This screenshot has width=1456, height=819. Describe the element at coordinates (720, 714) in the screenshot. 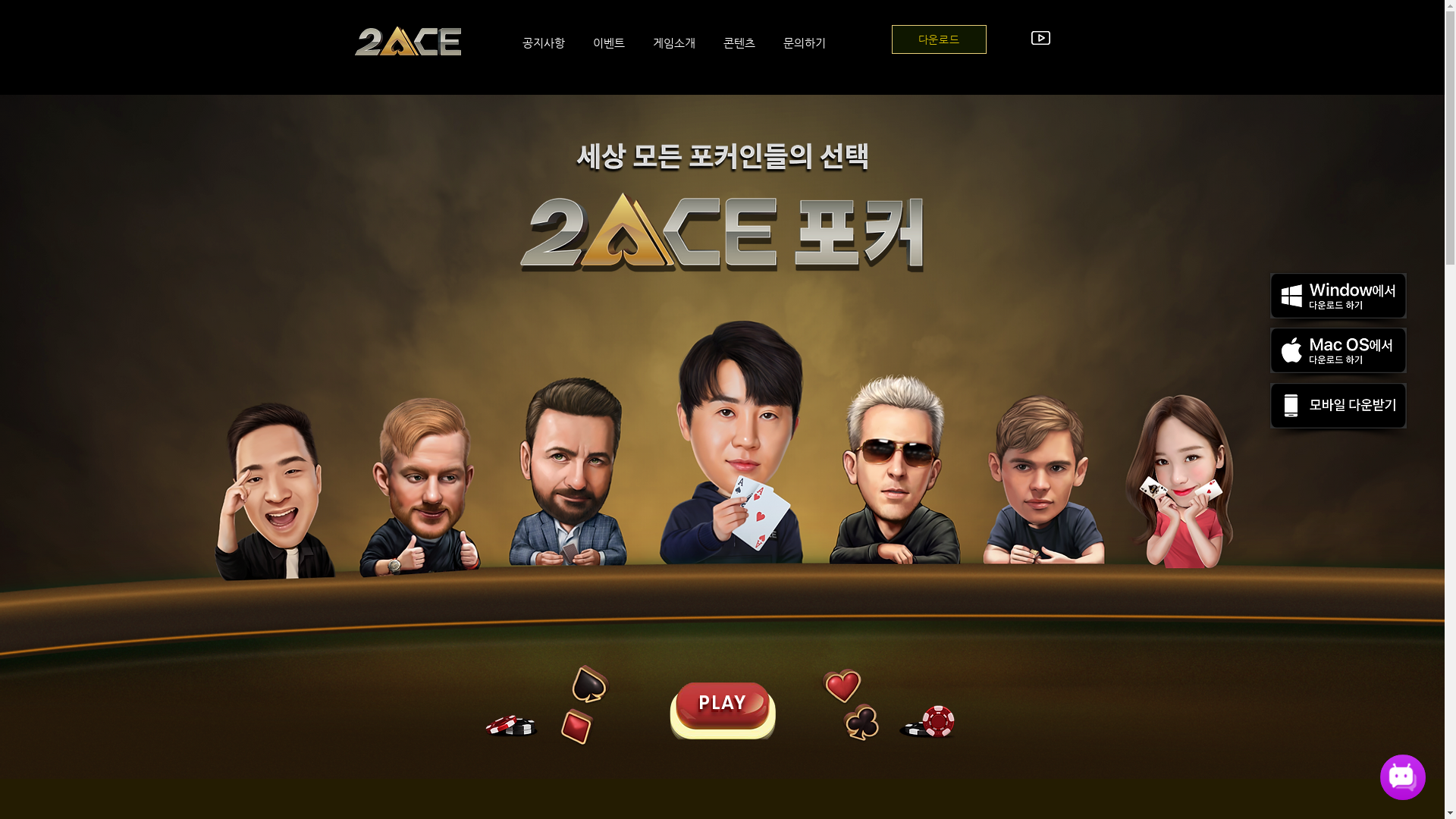

I see `'button2.png'` at that location.